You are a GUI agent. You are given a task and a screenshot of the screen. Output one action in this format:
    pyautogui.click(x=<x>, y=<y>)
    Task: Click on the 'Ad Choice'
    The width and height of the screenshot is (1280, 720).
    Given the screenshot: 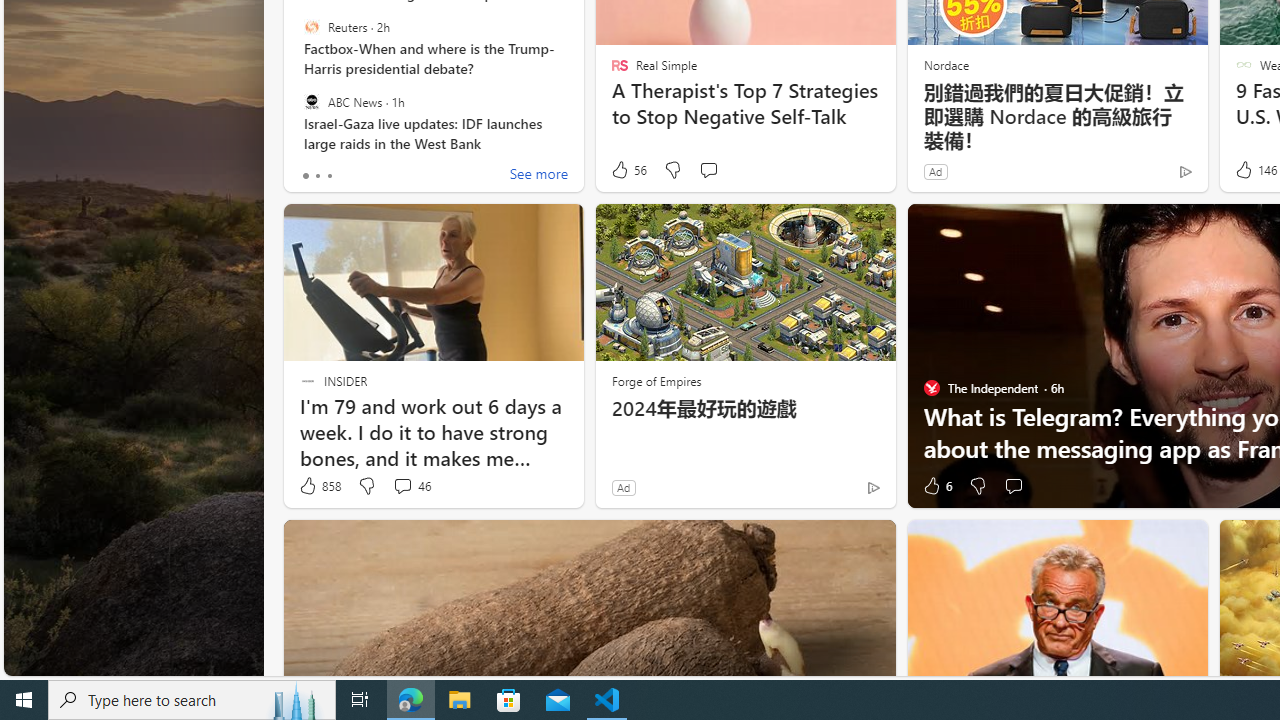 What is the action you would take?
    pyautogui.click(x=873, y=487)
    